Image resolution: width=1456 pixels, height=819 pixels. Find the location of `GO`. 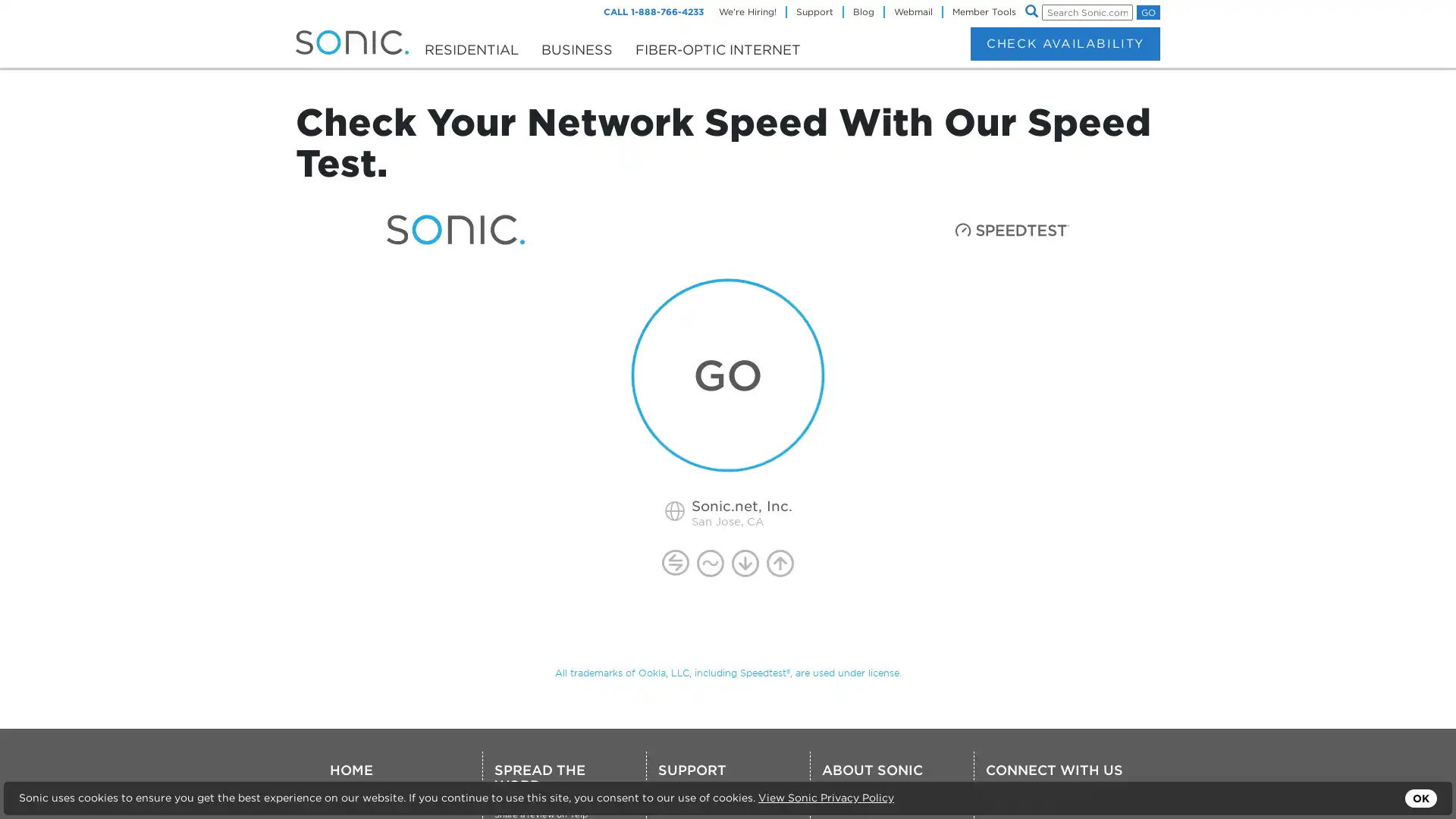

GO is located at coordinates (1148, 12).